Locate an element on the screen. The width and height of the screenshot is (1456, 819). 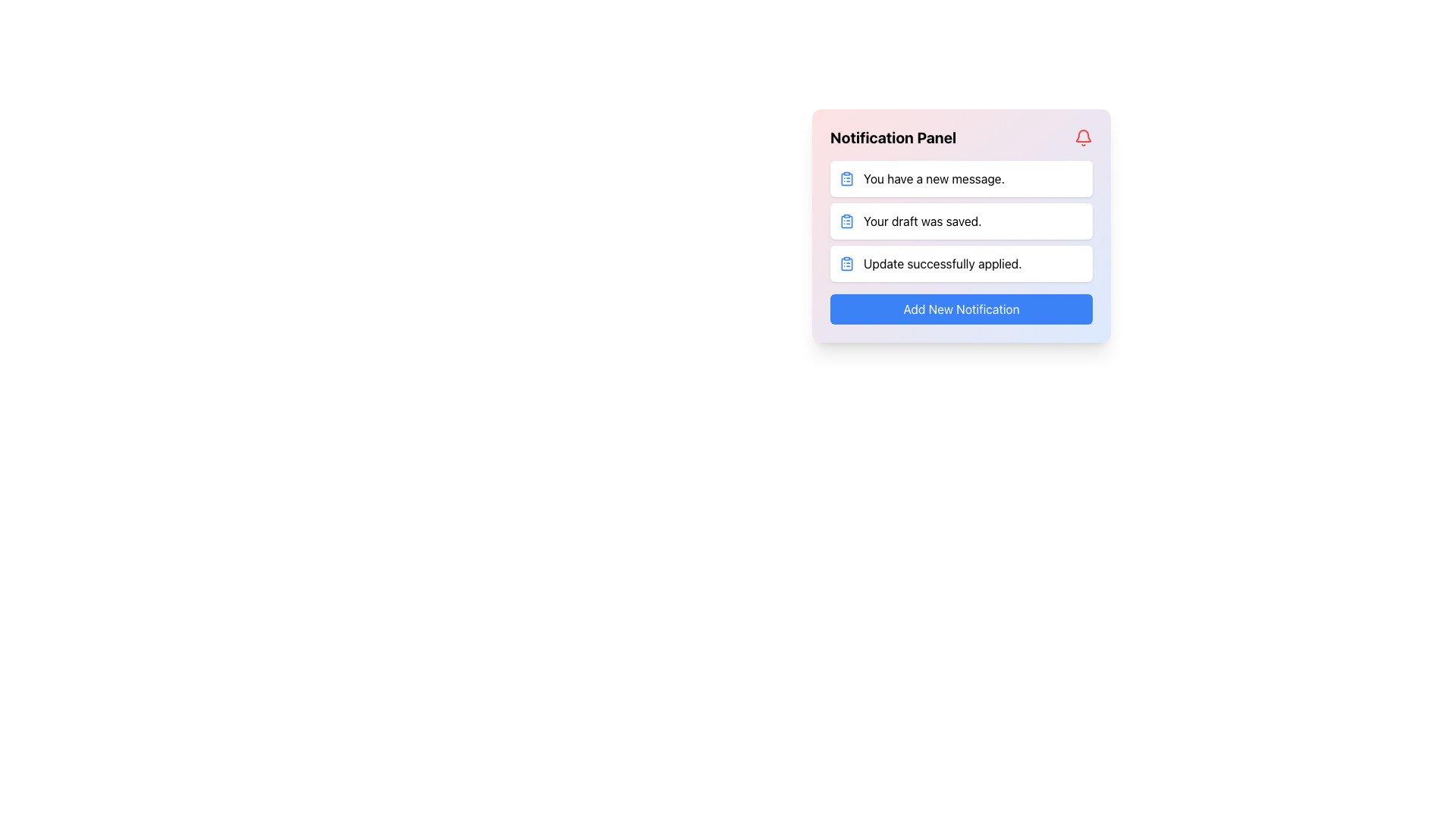
the blue clipboard icon within the notification component that indicates 'Your draft was saved.' by interpreting its function is located at coordinates (846, 221).